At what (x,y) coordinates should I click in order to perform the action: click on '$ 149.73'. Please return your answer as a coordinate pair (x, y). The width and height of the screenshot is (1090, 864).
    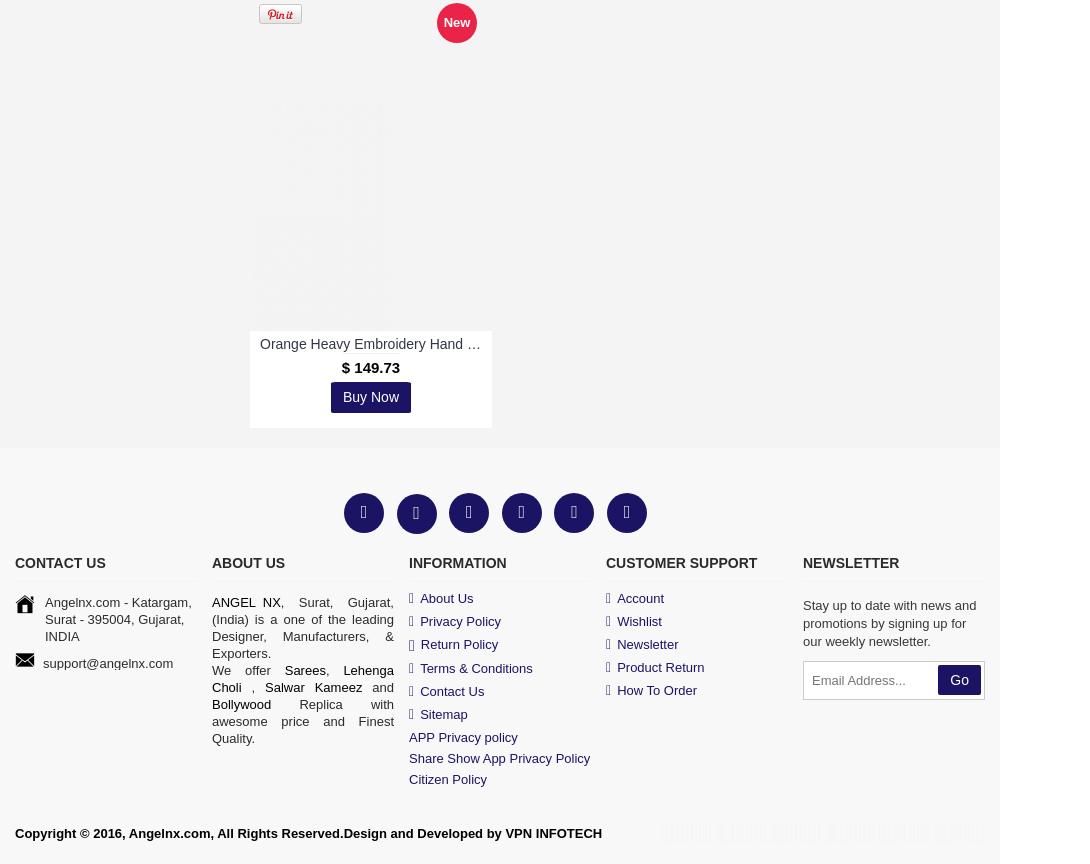
    Looking at the image, I should click on (369, 365).